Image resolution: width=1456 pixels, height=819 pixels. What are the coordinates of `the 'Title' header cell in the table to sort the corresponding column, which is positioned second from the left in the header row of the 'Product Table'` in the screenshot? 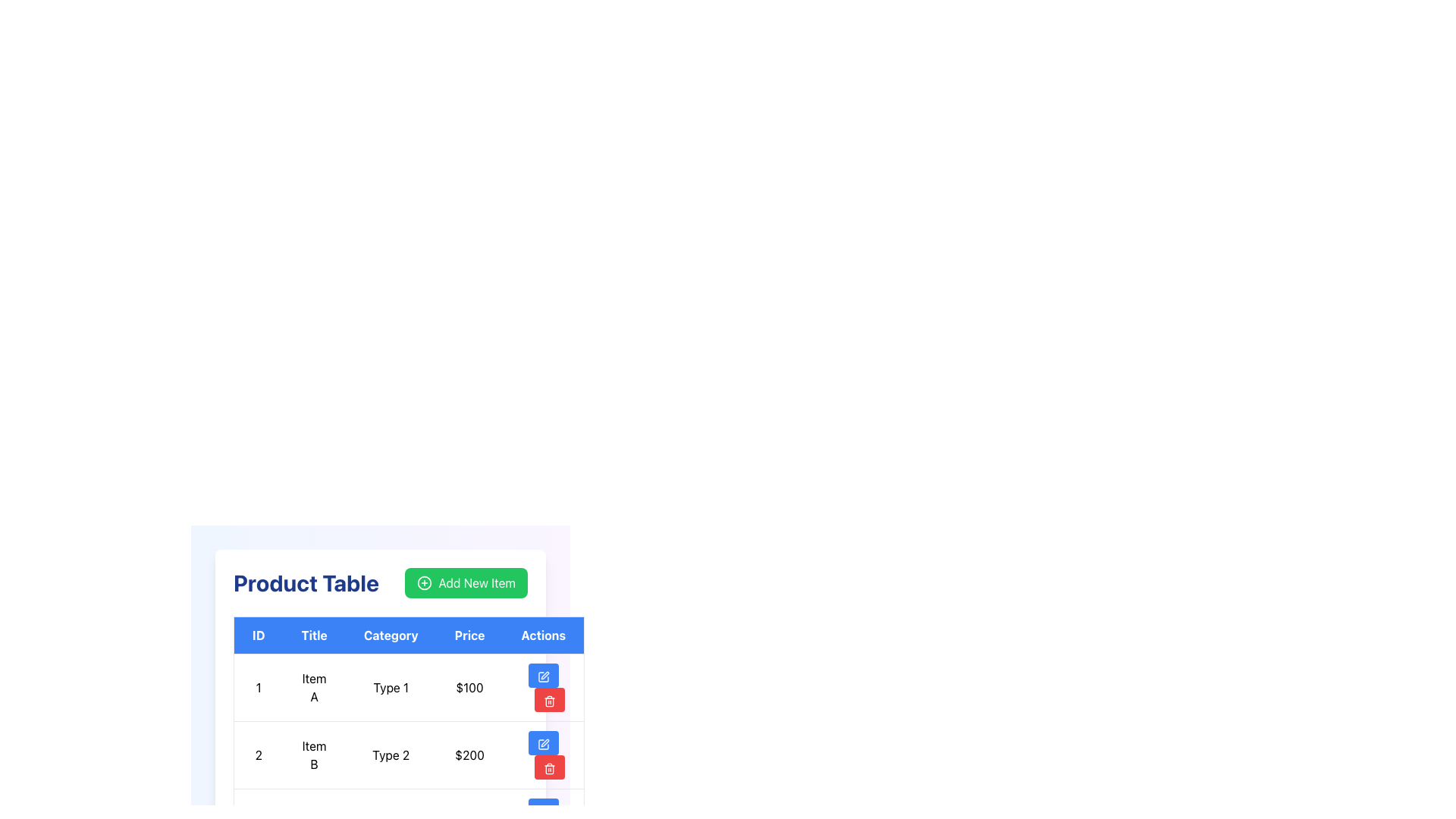 It's located at (313, 635).